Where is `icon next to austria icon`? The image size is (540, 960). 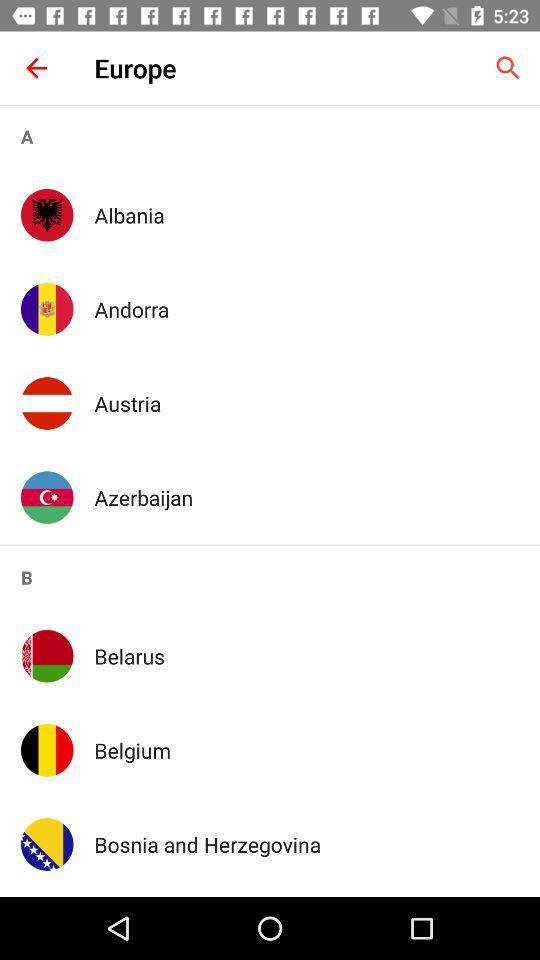 icon next to austria icon is located at coordinates (47, 402).